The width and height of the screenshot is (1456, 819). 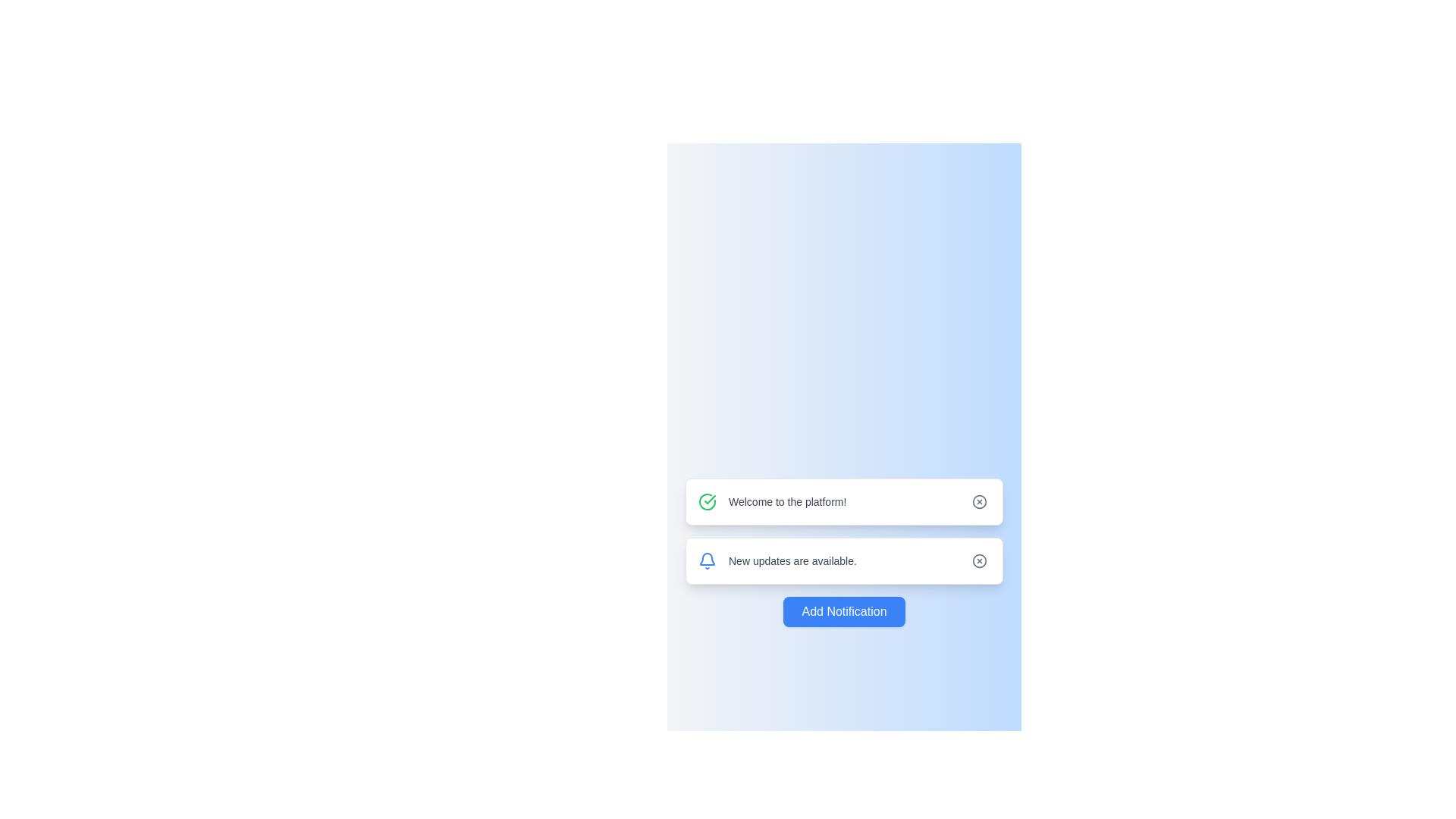 I want to click on the 'Add Notification' button to add a new notification, so click(x=843, y=610).